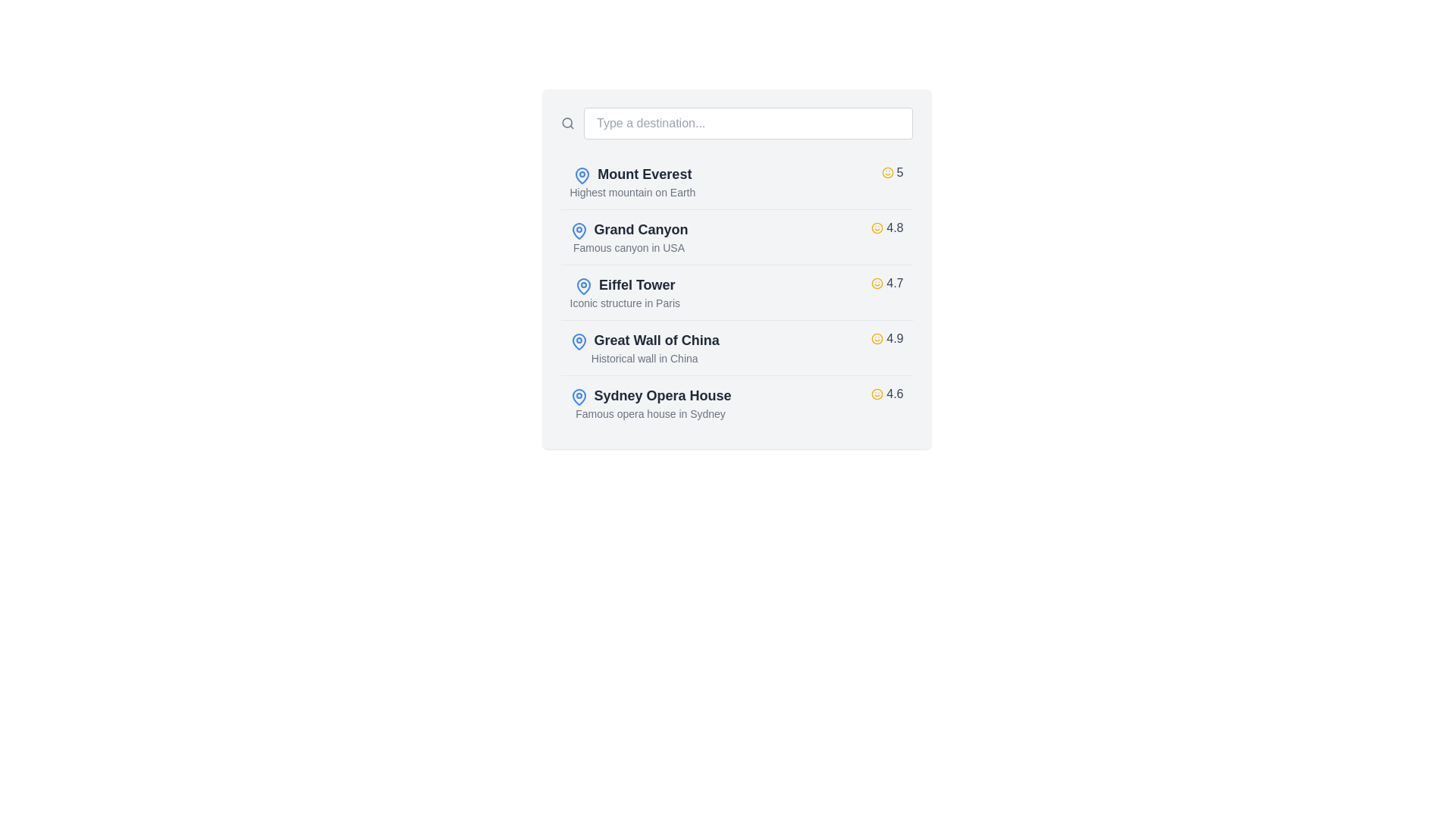  Describe the element at coordinates (645, 348) in the screenshot. I see `the fourth item in the vertical list of destinations, which is a Text block with an icon, located between the 'Eiffel Tower' and 'Sydney Opera House' entries` at that location.